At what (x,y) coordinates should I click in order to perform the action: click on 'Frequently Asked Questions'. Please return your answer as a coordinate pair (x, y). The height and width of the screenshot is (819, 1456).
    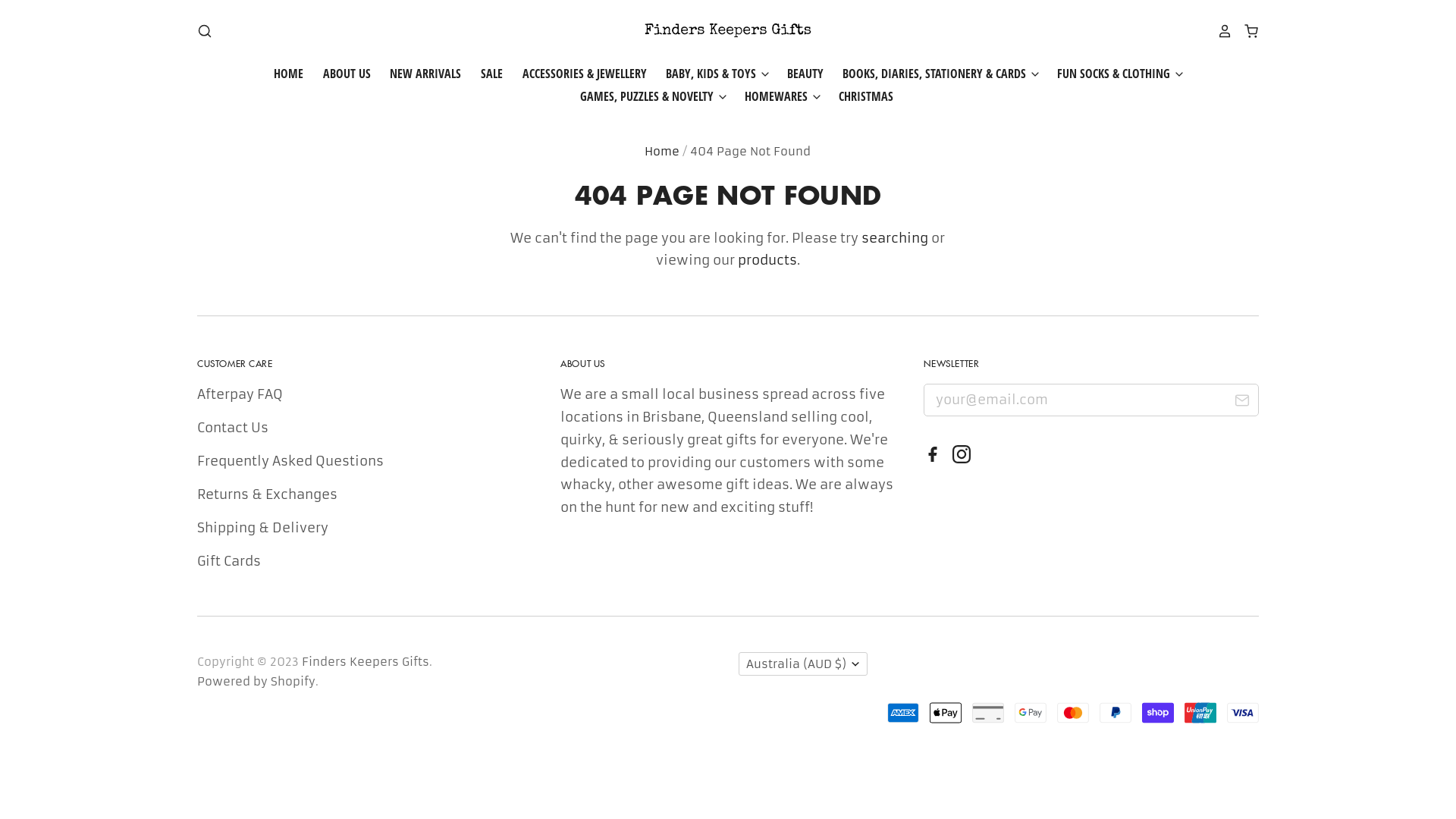
    Looking at the image, I should click on (290, 460).